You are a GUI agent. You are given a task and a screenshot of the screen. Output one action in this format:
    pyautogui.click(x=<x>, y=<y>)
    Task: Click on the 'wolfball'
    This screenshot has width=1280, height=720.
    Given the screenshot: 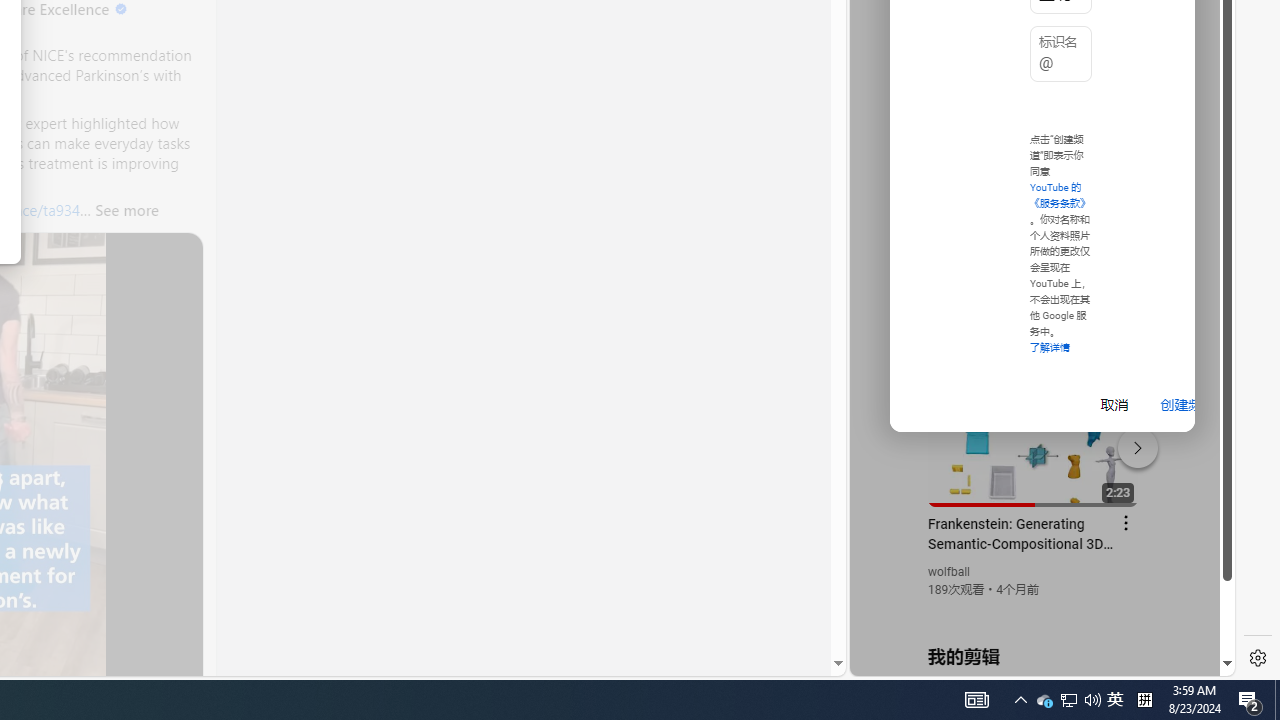 What is the action you would take?
    pyautogui.click(x=948, y=572)
    